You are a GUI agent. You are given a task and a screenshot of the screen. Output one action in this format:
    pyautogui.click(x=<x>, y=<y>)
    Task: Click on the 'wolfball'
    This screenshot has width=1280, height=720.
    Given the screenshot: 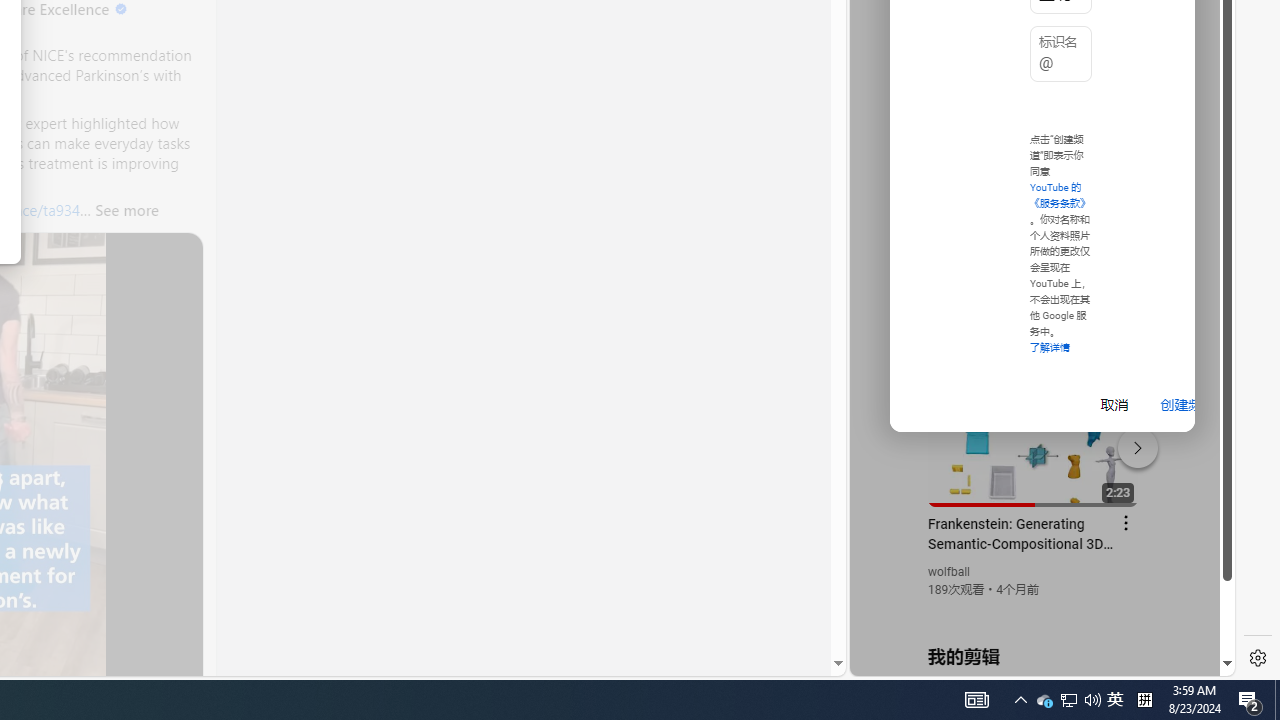 What is the action you would take?
    pyautogui.click(x=948, y=572)
    